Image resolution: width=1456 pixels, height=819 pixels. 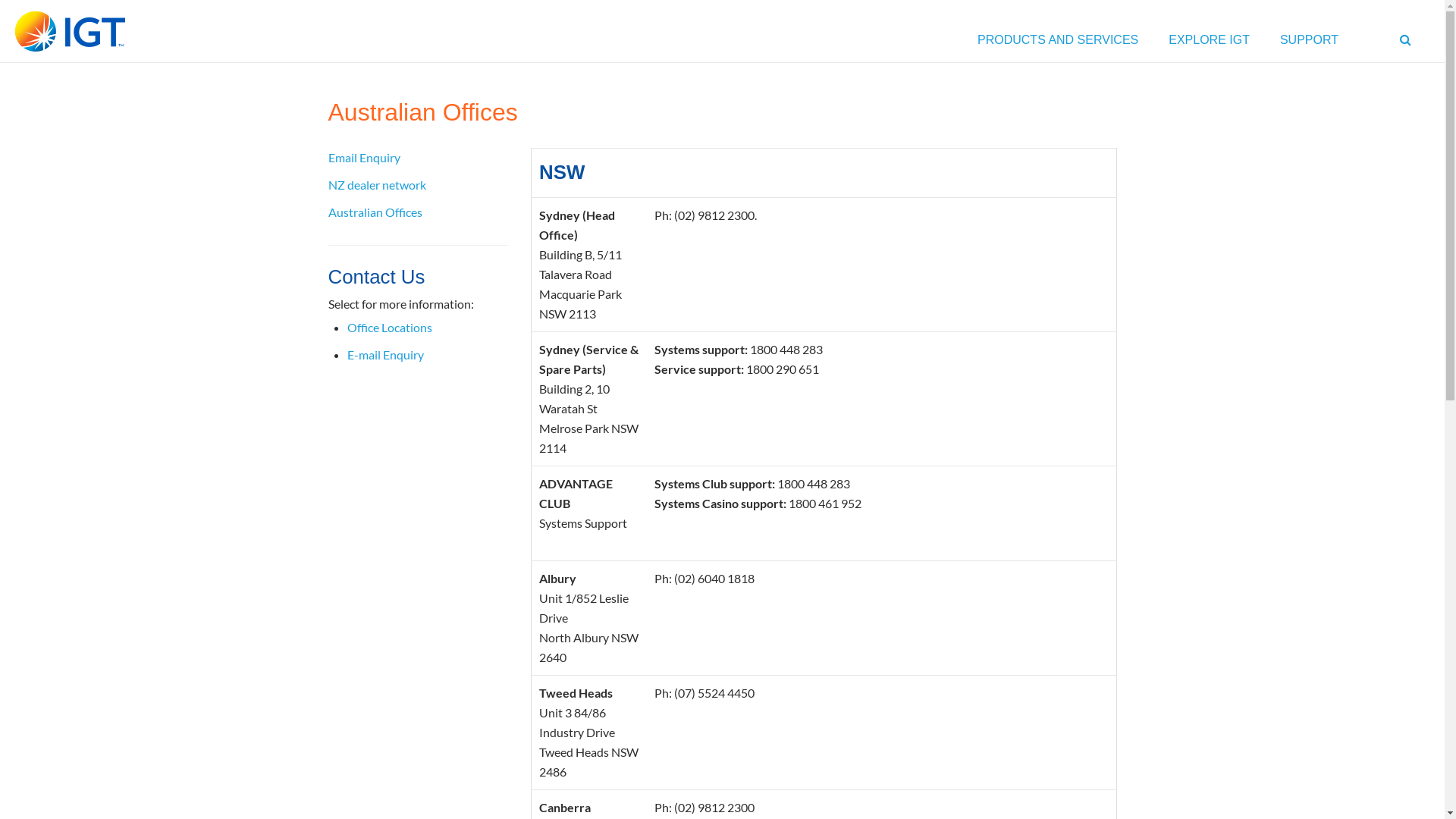 What do you see at coordinates (14, 31) in the screenshot?
I see `'IGT'` at bounding box center [14, 31].